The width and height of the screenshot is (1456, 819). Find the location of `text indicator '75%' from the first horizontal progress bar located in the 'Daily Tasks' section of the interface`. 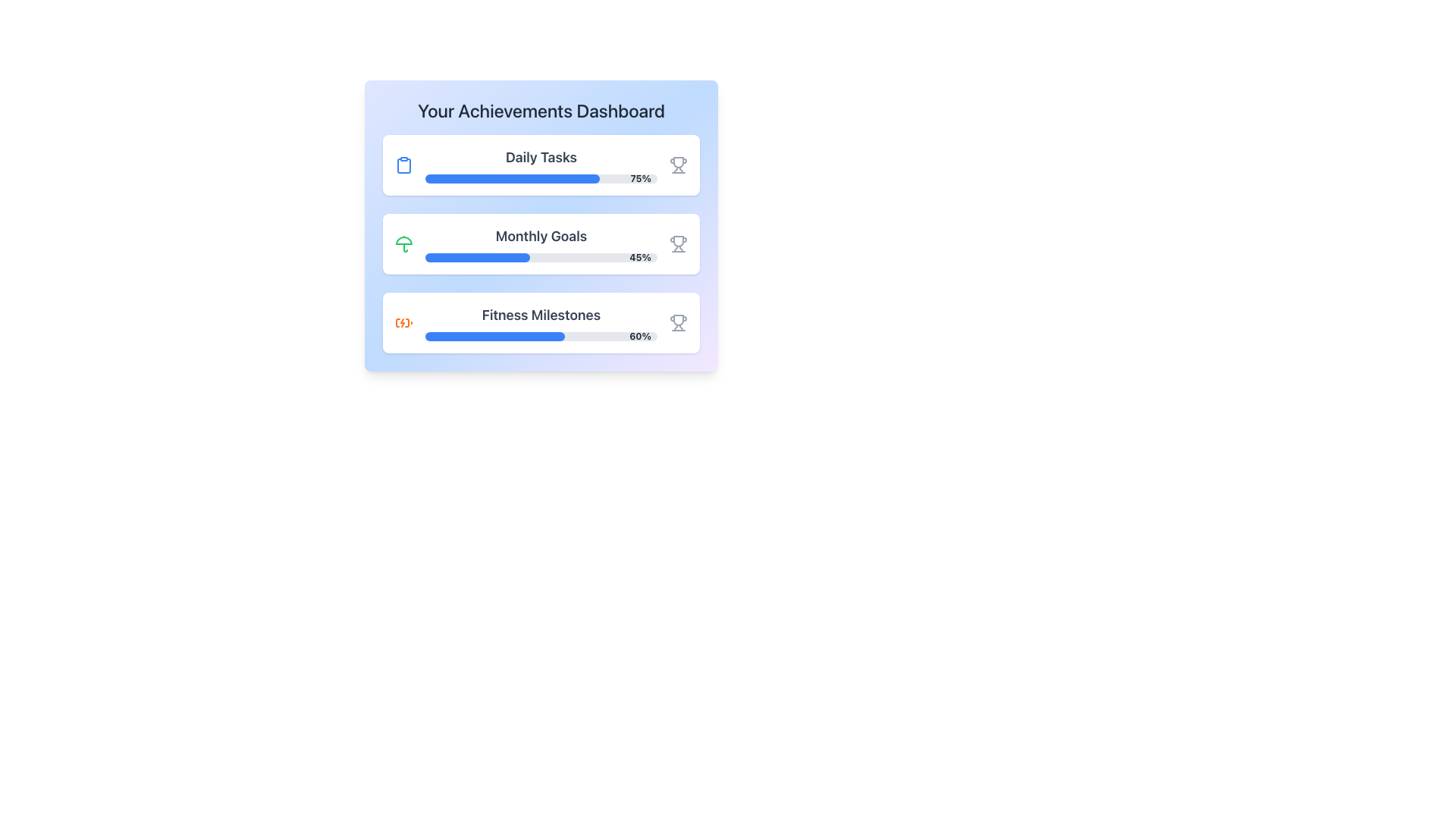

text indicator '75%' from the first horizontal progress bar located in the 'Daily Tasks' section of the interface is located at coordinates (541, 177).